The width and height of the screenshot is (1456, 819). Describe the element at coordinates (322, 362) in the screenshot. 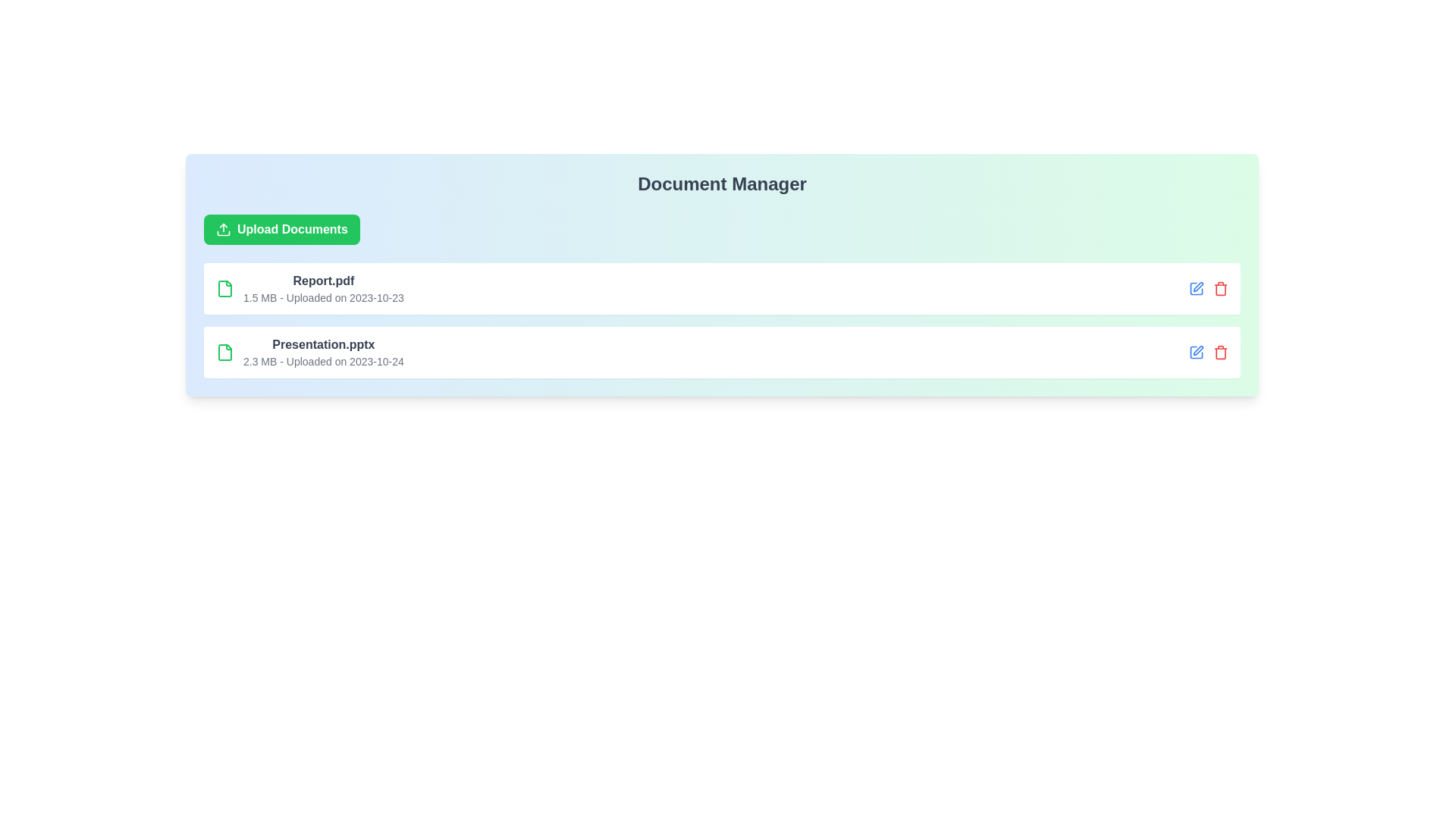

I see `the text label providing details about the document 'Presentation.pptx', located below it, which indicates the file size and upload date` at that location.